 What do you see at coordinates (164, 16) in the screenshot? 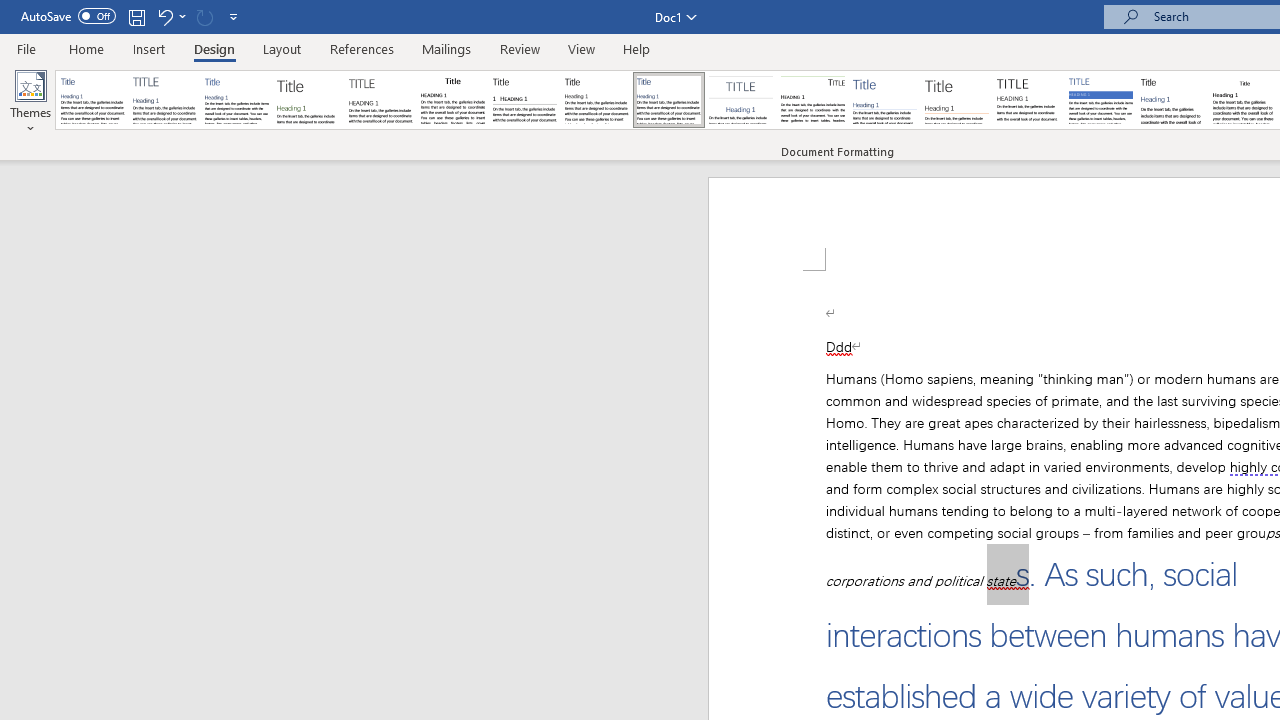
I see `'Undo Outline Move Up'` at bounding box center [164, 16].